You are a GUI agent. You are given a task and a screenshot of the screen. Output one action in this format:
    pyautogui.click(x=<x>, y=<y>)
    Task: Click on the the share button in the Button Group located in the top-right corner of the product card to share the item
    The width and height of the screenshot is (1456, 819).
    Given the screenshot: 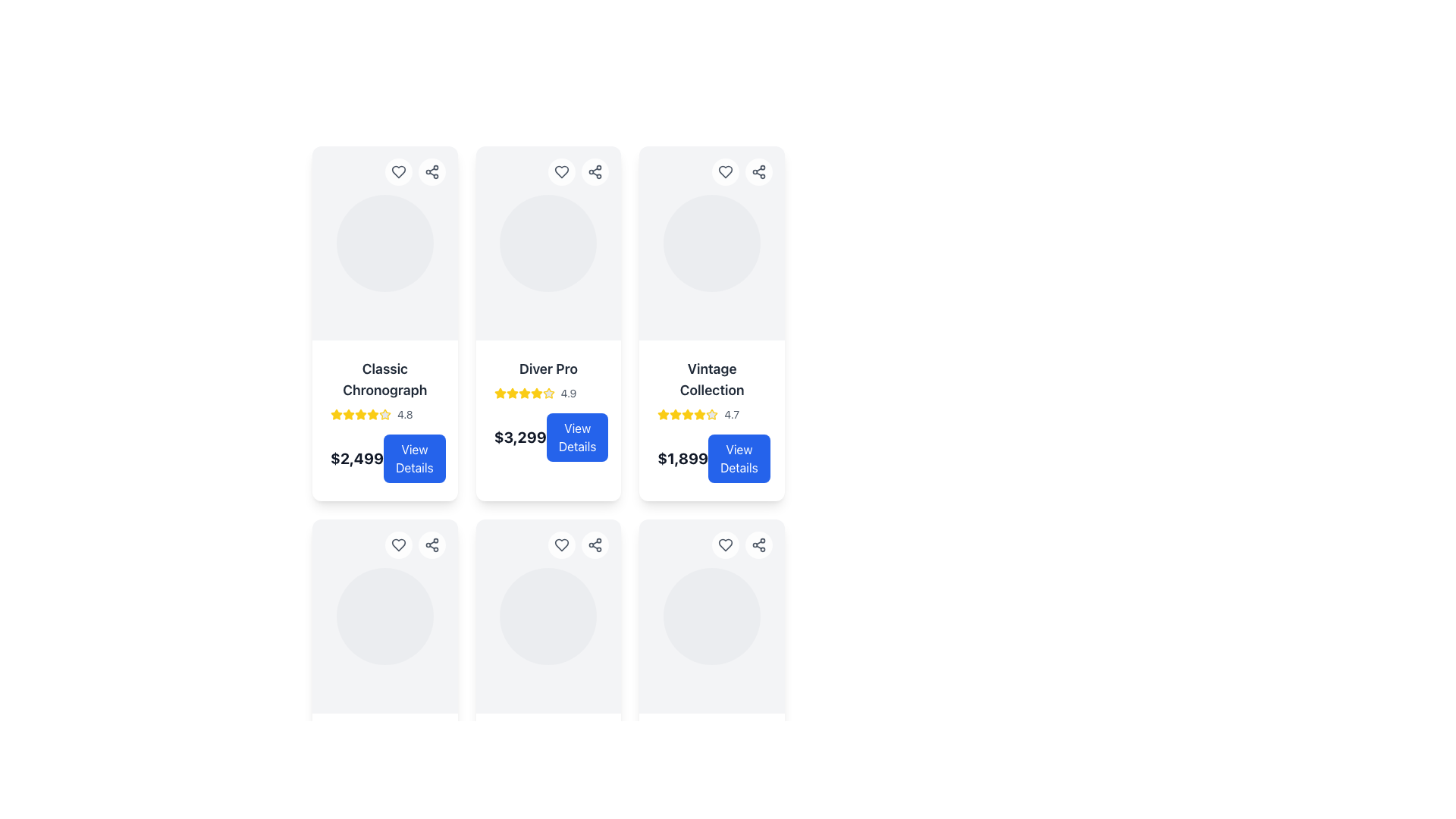 What is the action you would take?
    pyautogui.click(x=415, y=171)
    